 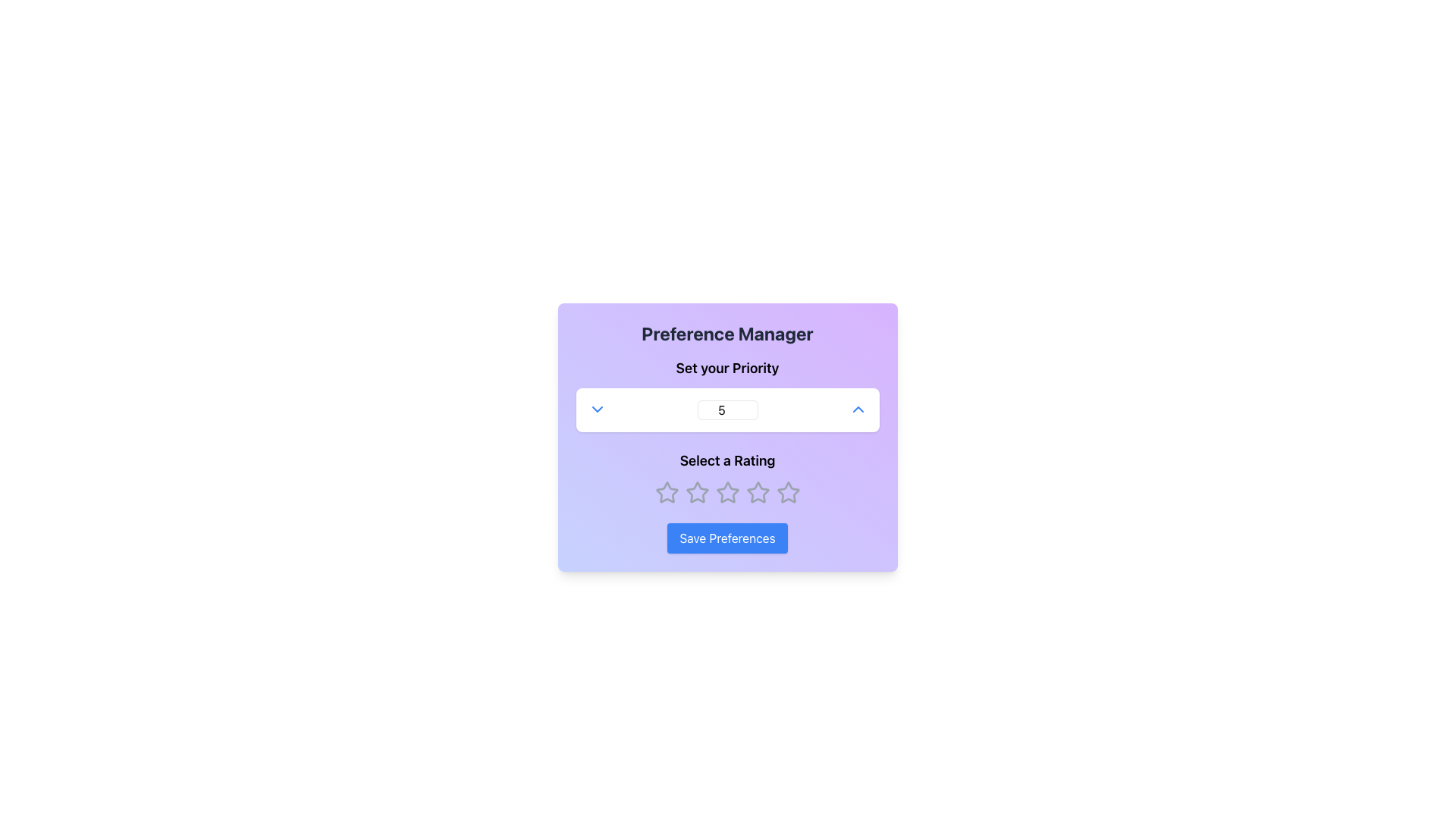 I want to click on the rectangular button with a blue background and white text that reads 'Save Preferences' to darken its color, so click(x=726, y=537).